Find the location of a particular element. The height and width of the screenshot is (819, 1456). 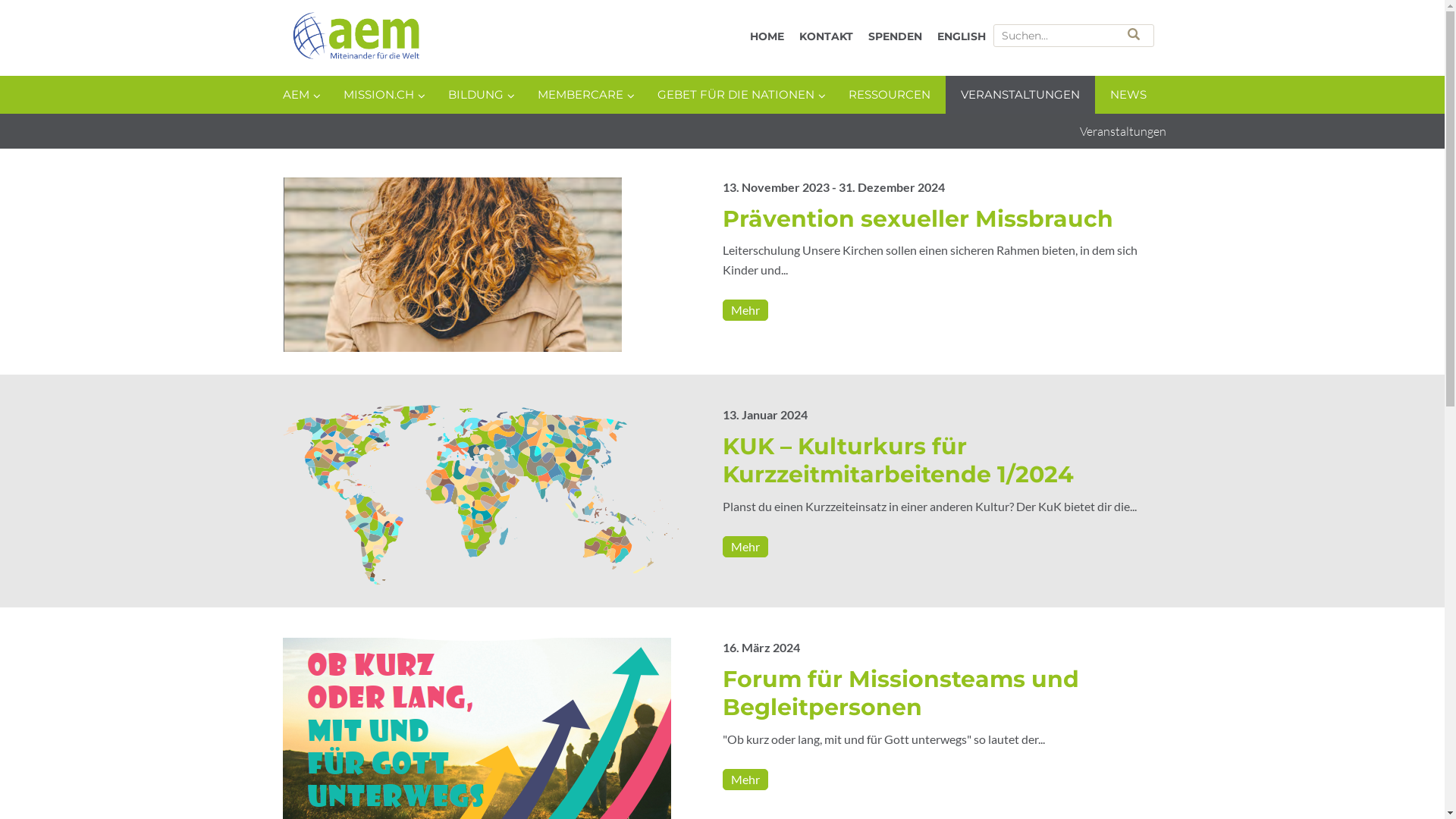

'Mehr' is located at coordinates (745, 780).